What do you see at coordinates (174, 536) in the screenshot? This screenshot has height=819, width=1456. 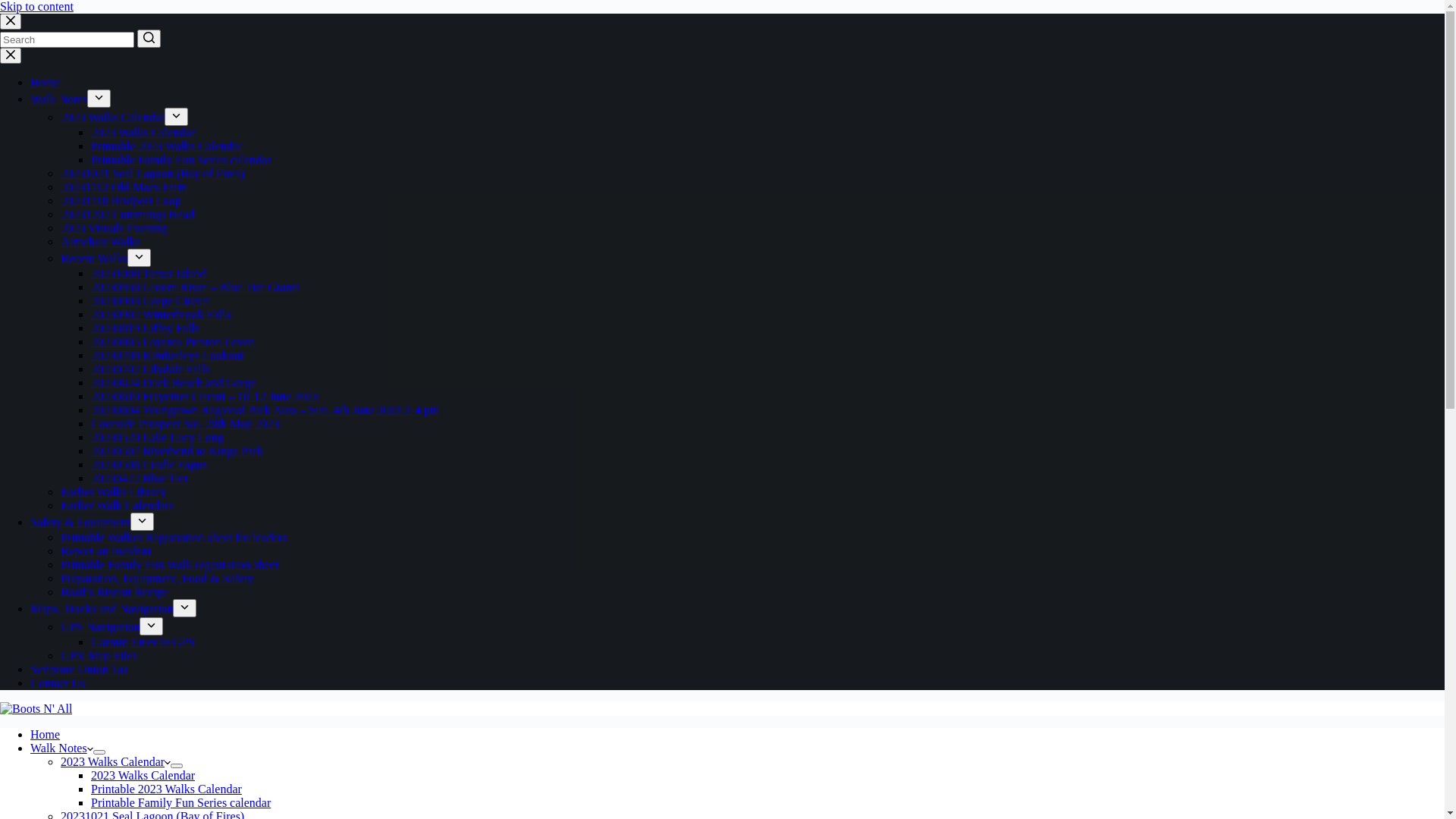 I see `'Printable Walker Registration sheet for leaders'` at bounding box center [174, 536].